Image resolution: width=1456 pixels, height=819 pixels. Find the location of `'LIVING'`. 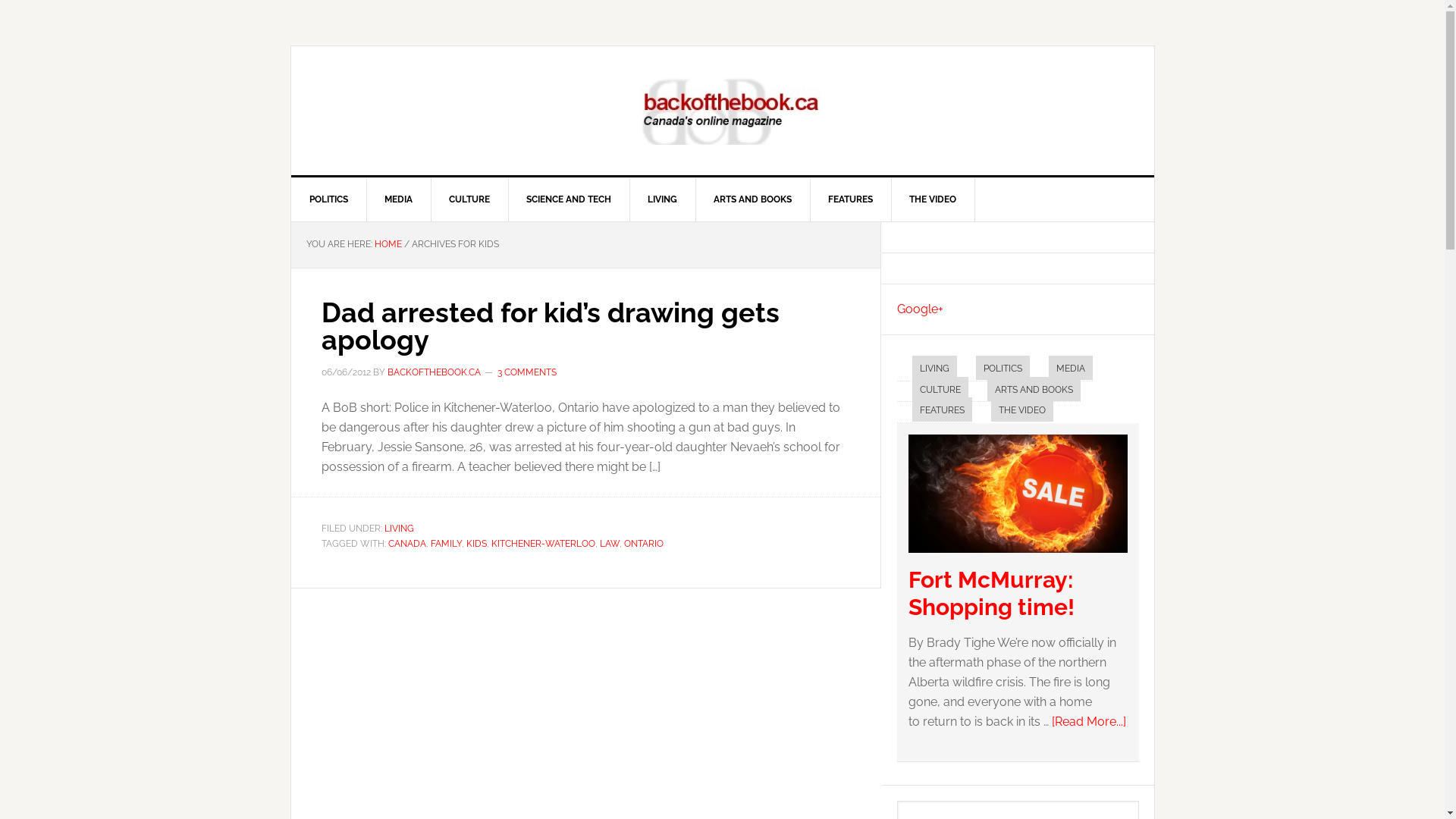

'LIVING' is located at coordinates (398, 528).